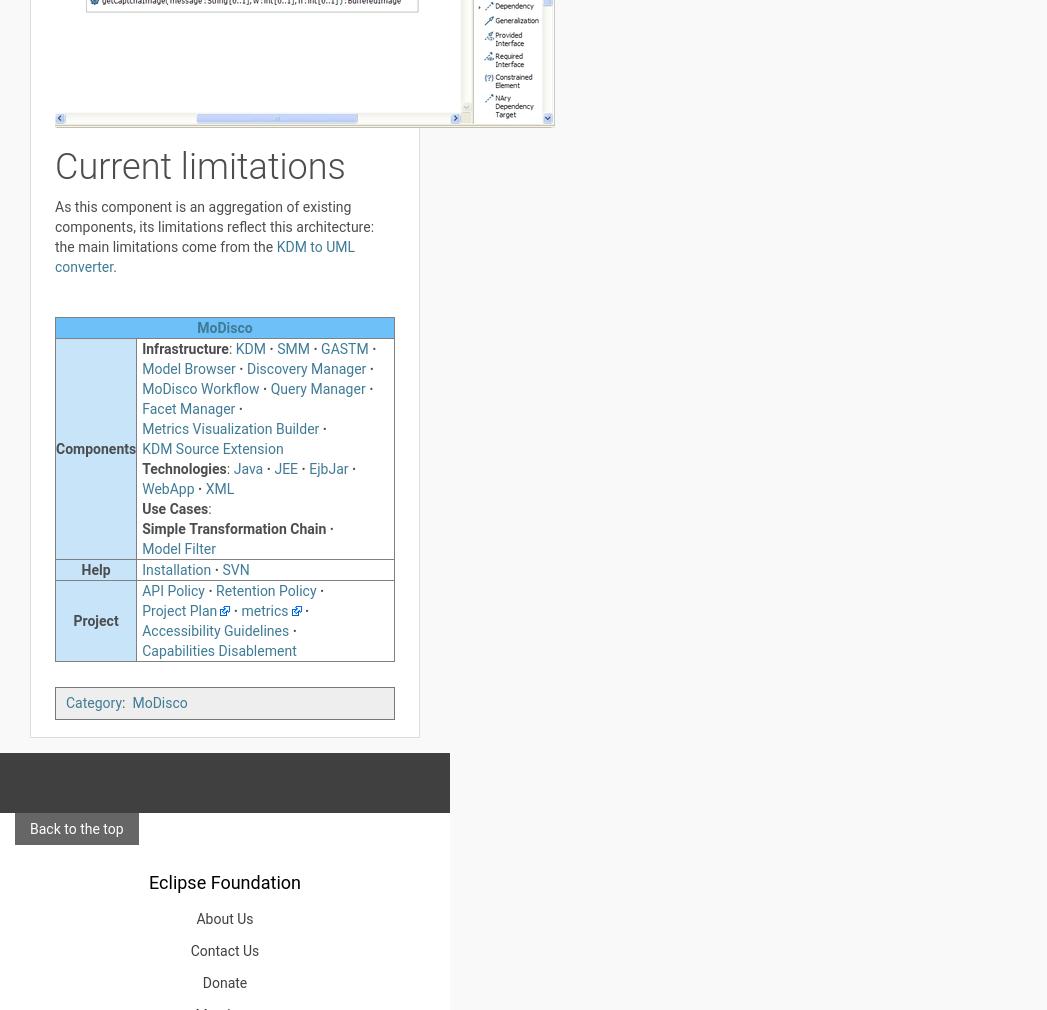 This screenshot has height=1010, width=1047. I want to click on 'EjbJar', so click(327, 469).